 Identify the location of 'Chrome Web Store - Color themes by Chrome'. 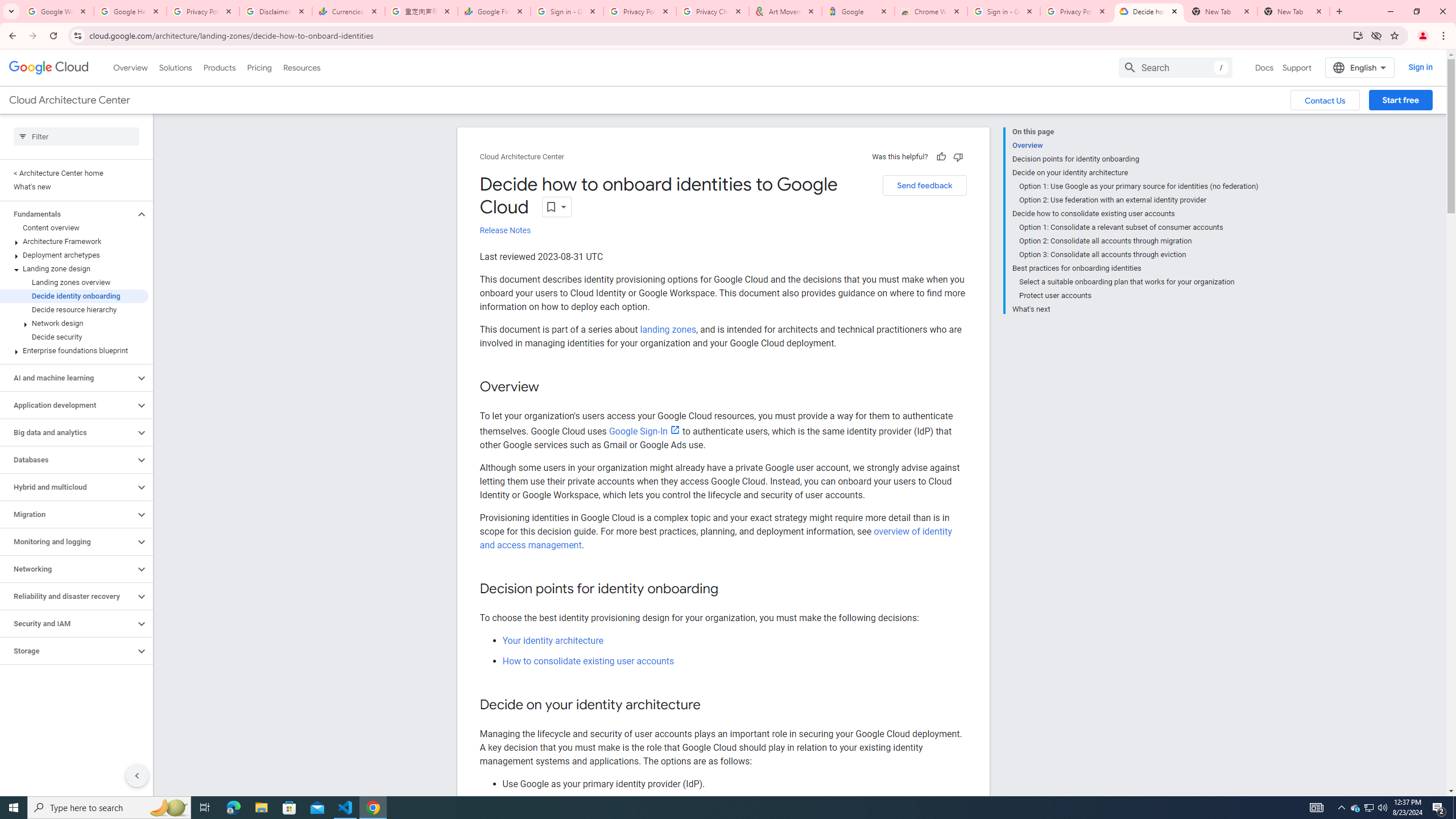
(930, 11).